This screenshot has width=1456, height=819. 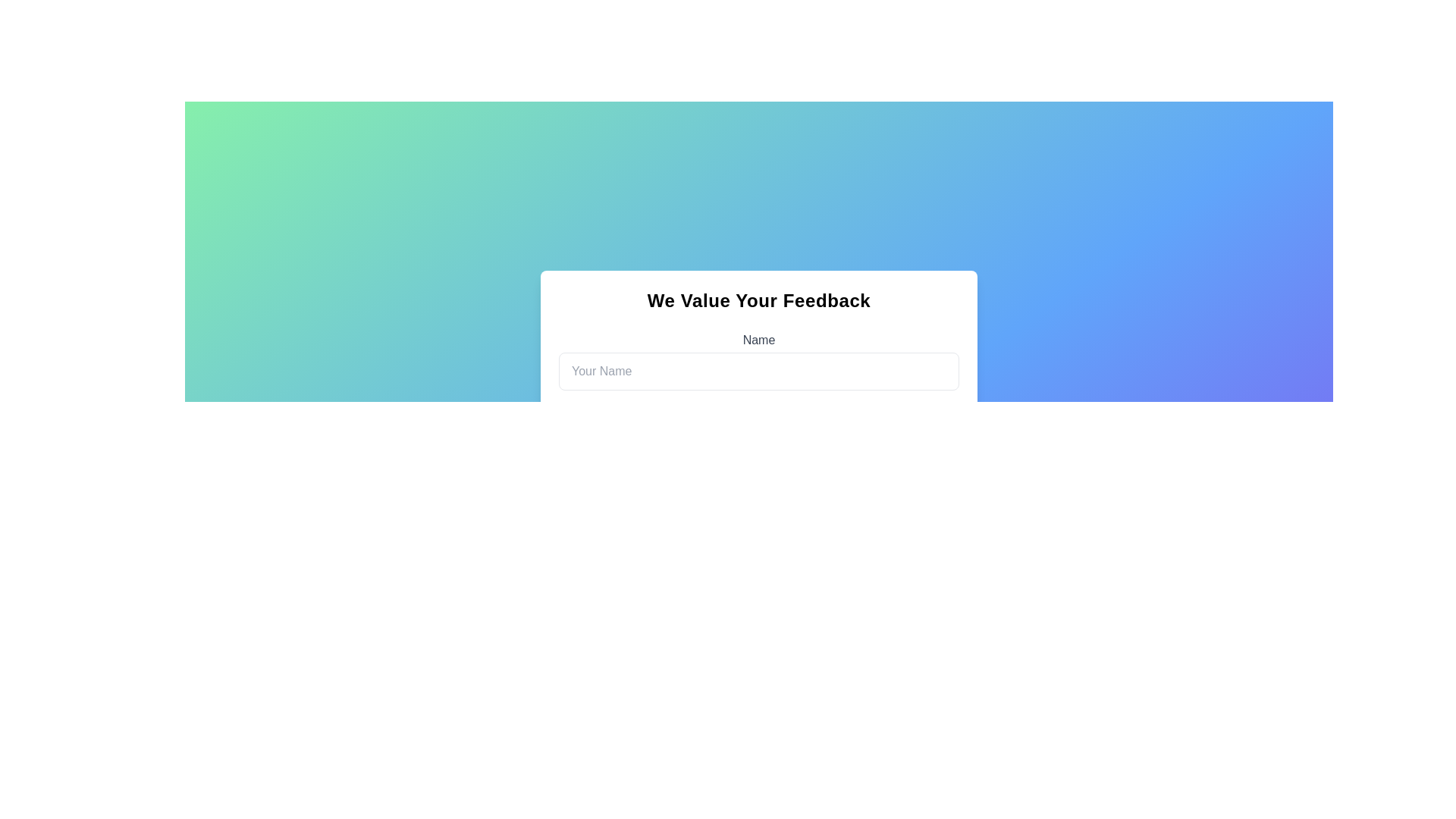 What do you see at coordinates (759, 300) in the screenshot?
I see `header text 'We Value Your Feedback' which is styled in bold and large text, centered at the top of the feedback form interface` at bounding box center [759, 300].